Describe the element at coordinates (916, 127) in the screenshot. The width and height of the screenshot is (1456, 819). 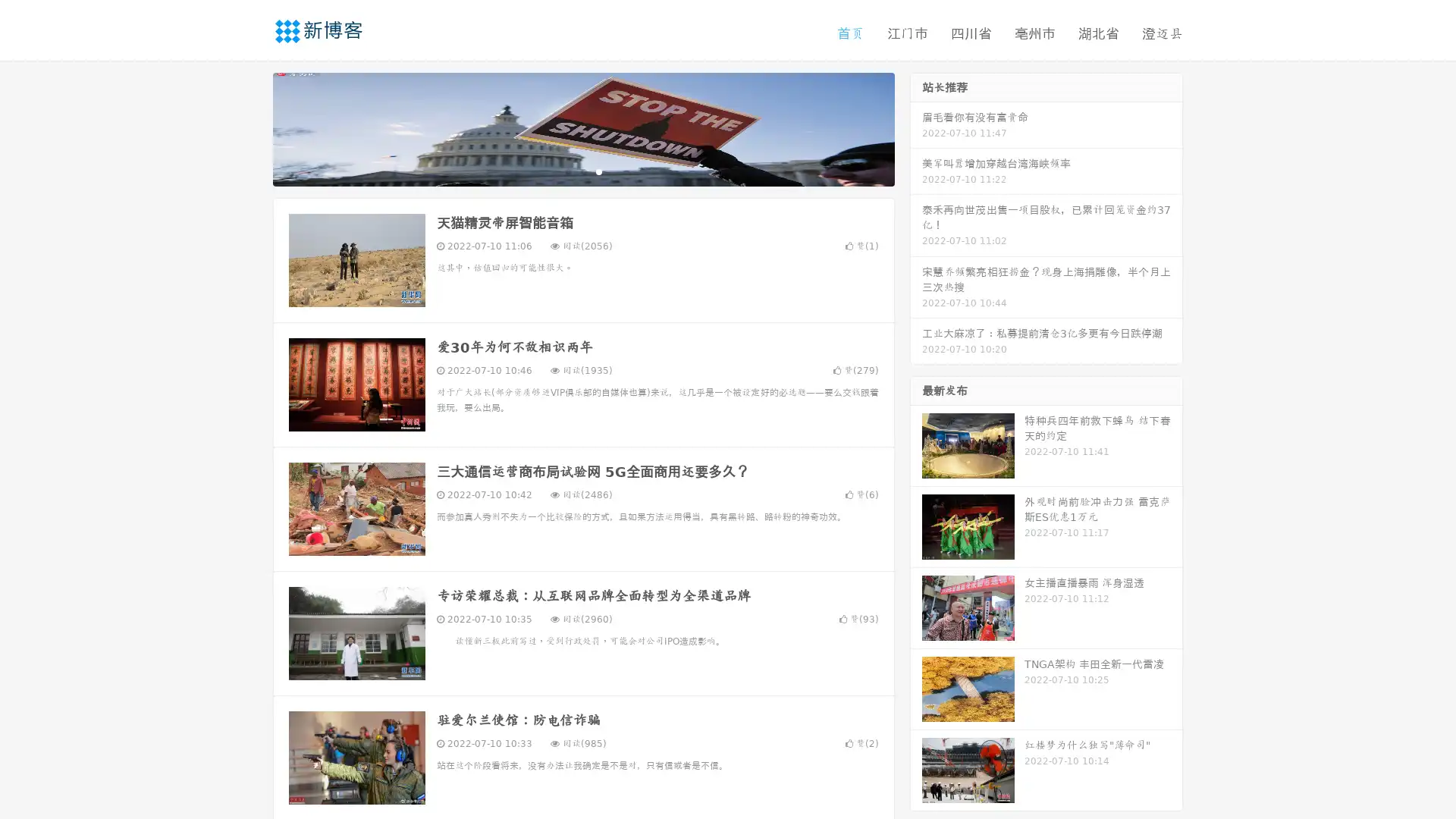
I see `Next slide` at that location.